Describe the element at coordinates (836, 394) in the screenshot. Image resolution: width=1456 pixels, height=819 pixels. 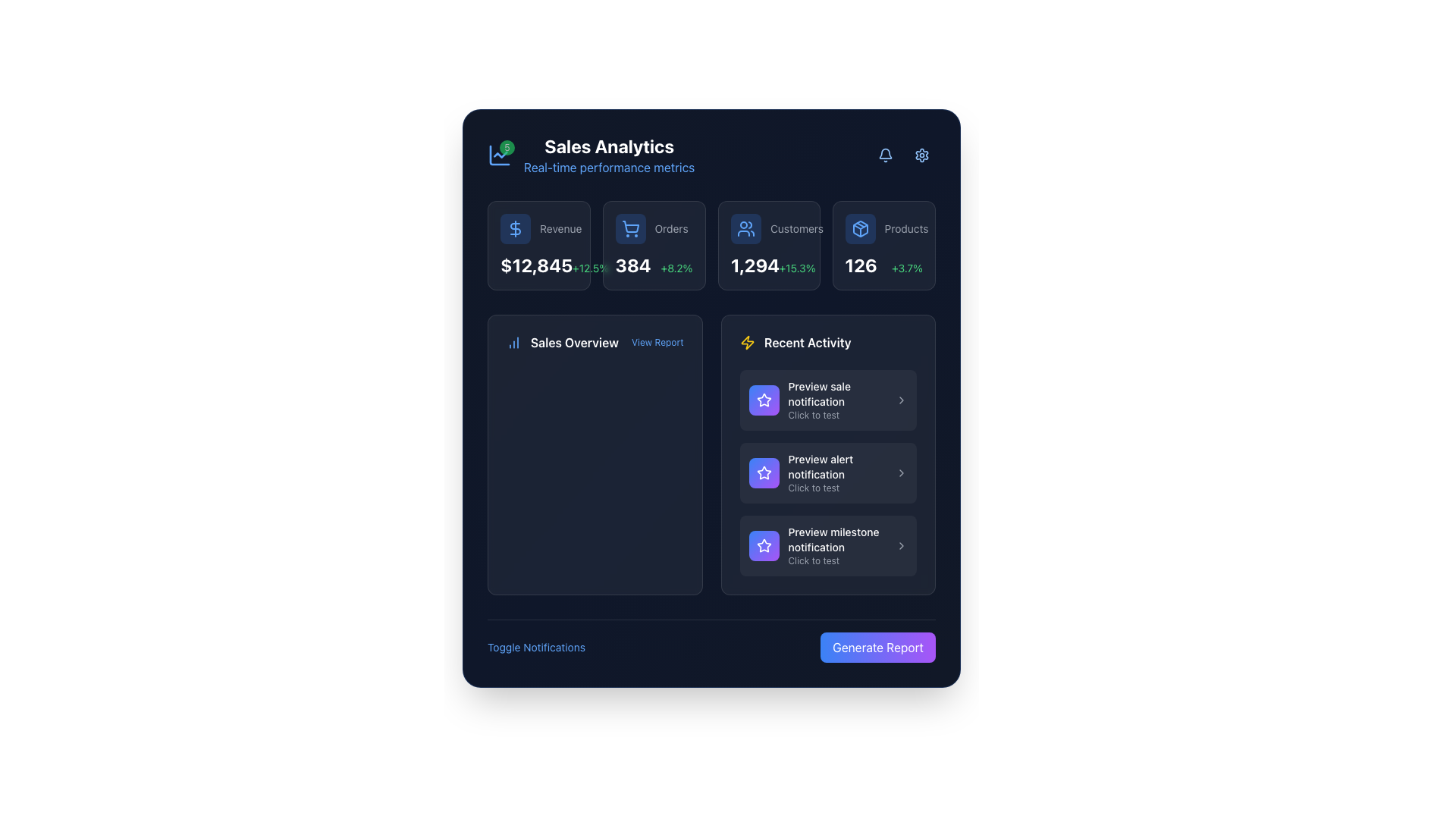
I see `the text label that states 'Preview sale notification', which is styled in a sans-serif font, white color, and located in the 'Recent Activity' section above the 'Click to test' text` at that location.